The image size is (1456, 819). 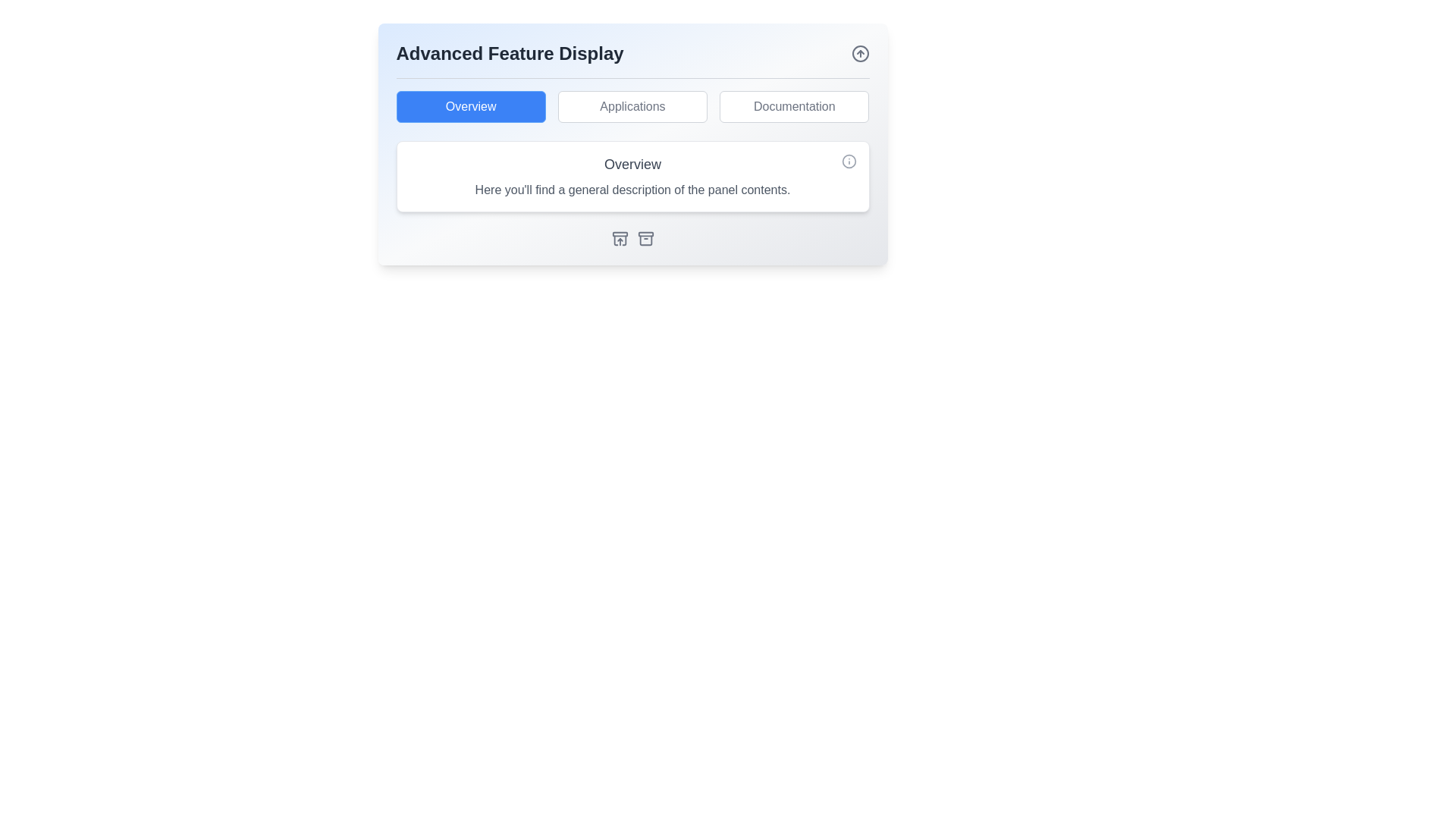 What do you see at coordinates (848, 161) in the screenshot?
I see `the informational icon located in the upper-right corner of the 'Overview' card` at bounding box center [848, 161].